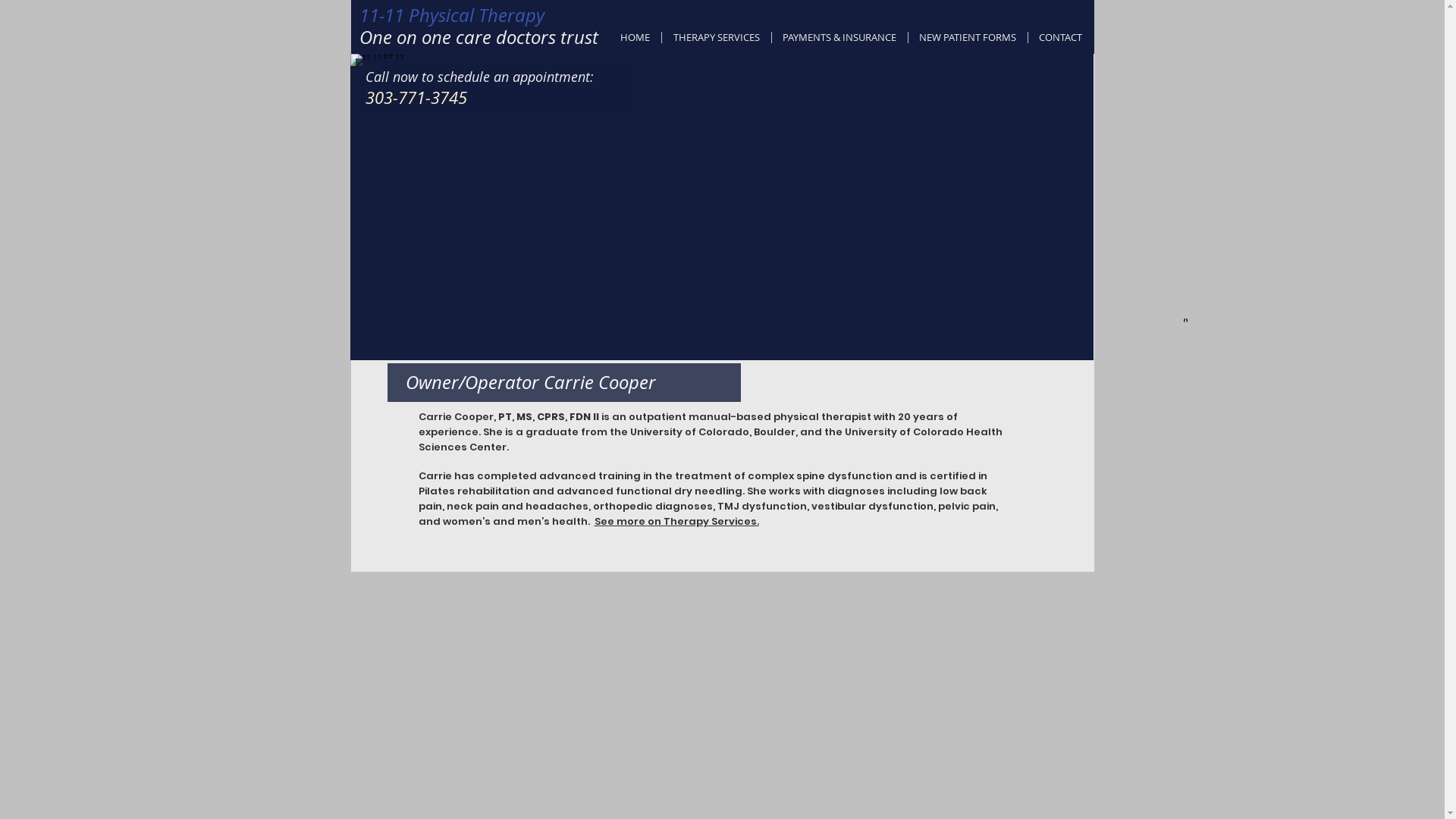 This screenshot has width=1456, height=819. Describe the element at coordinates (967, 36) in the screenshot. I see `'NEW PATIENT FORMS'` at that location.